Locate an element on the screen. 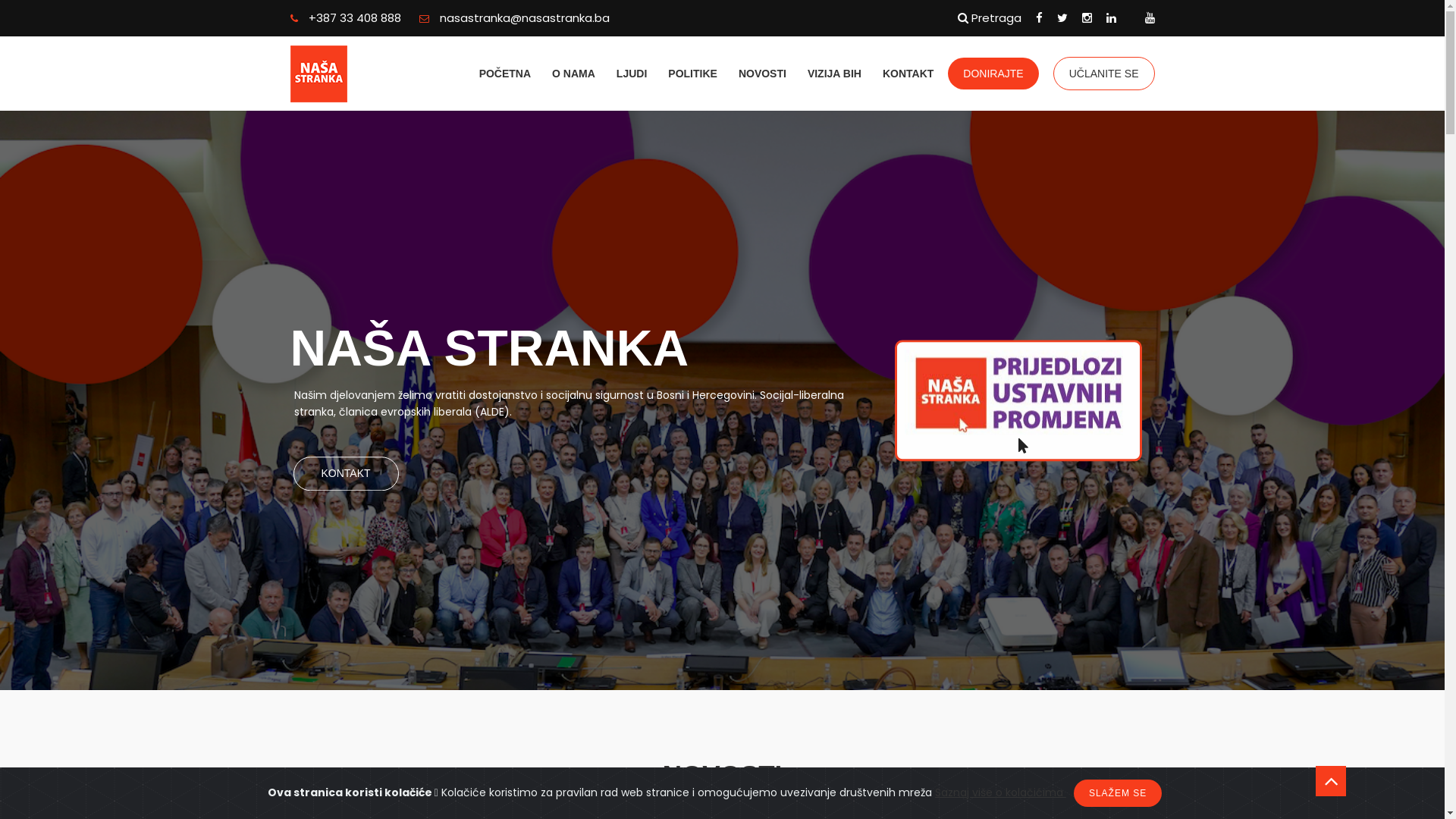 This screenshot has height=819, width=1456. 'Logo' is located at coordinates (351, 74).